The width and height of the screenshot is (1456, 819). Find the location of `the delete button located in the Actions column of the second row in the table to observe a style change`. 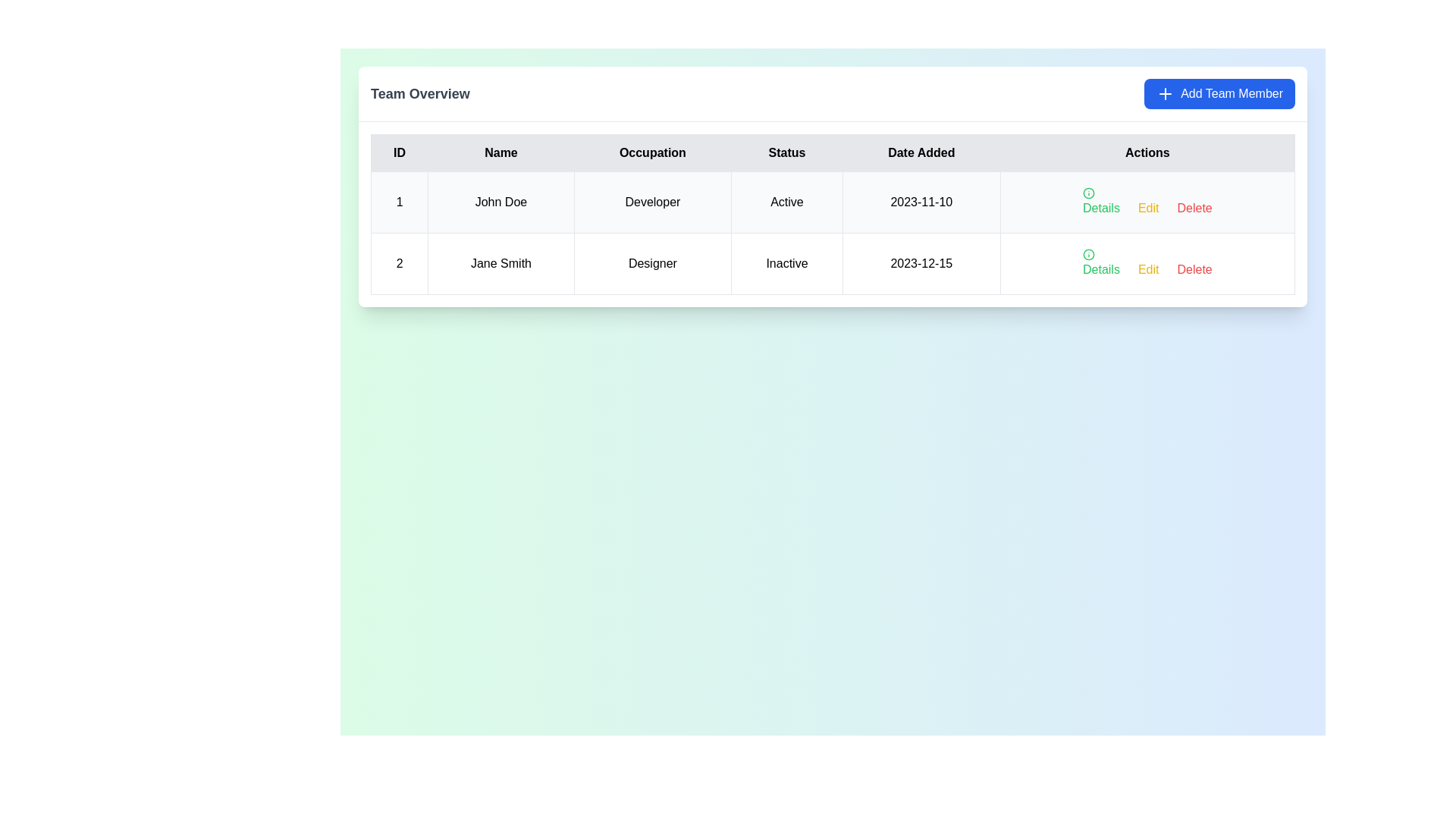

the delete button located in the Actions column of the second row in the table to observe a style change is located at coordinates (1194, 208).